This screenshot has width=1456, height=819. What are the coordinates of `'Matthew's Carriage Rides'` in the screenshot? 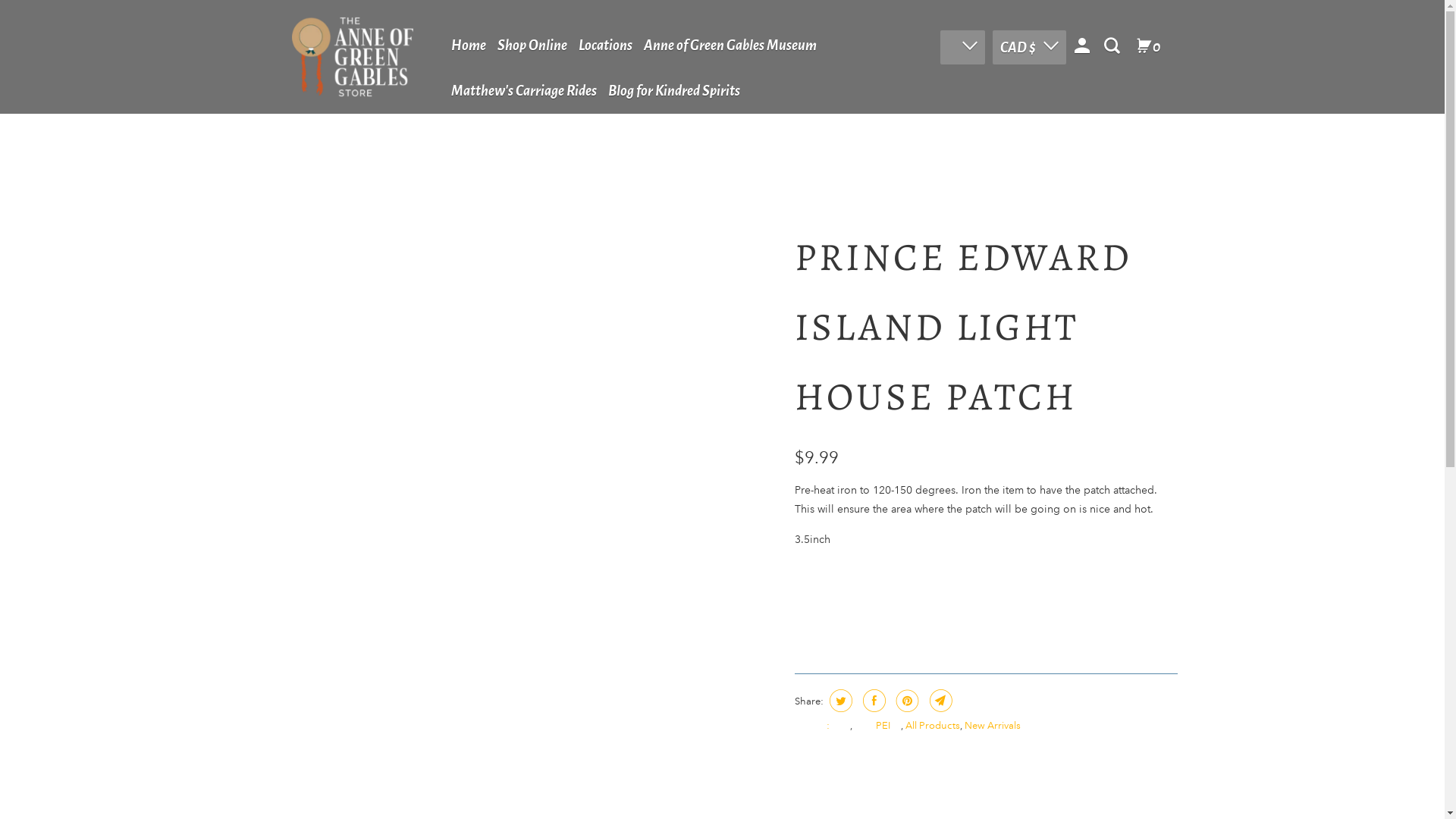 It's located at (447, 90).